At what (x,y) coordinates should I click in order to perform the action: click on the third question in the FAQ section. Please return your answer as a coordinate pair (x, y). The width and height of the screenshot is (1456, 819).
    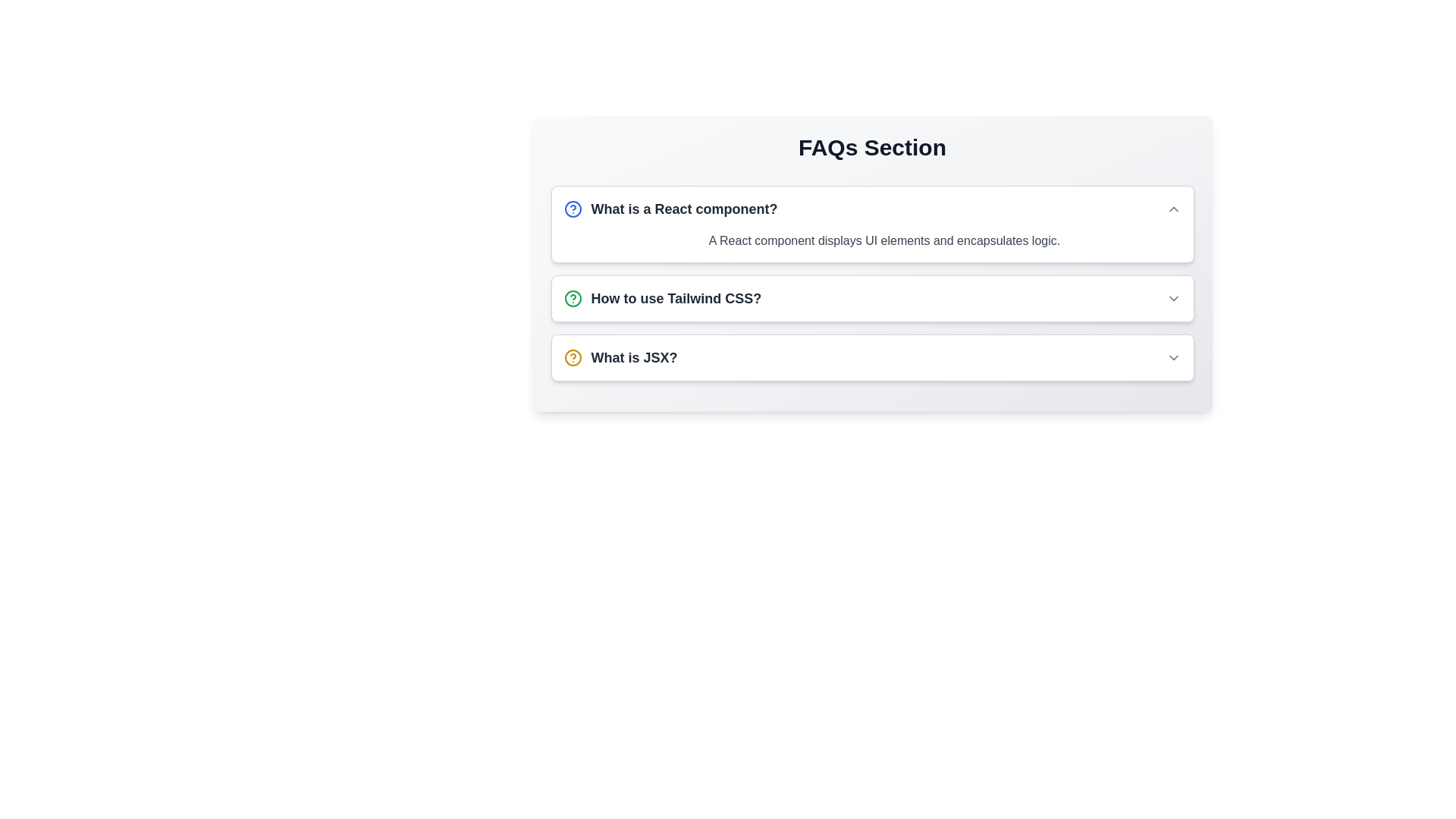
    Looking at the image, I should click on (872, 357).